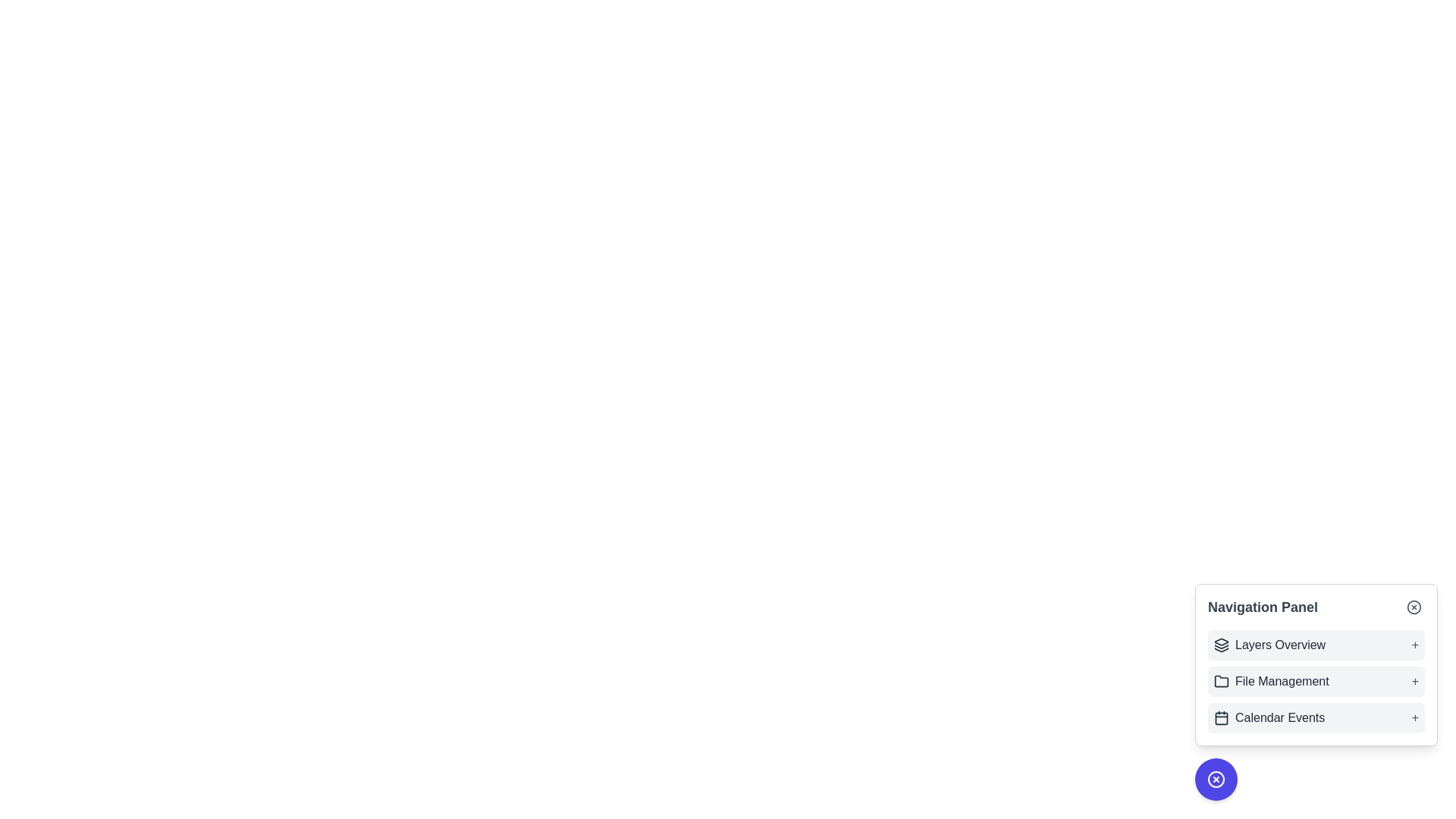  I want to click on the 'Calendar Events' list item in the navigation panel, so click(1316, 717).